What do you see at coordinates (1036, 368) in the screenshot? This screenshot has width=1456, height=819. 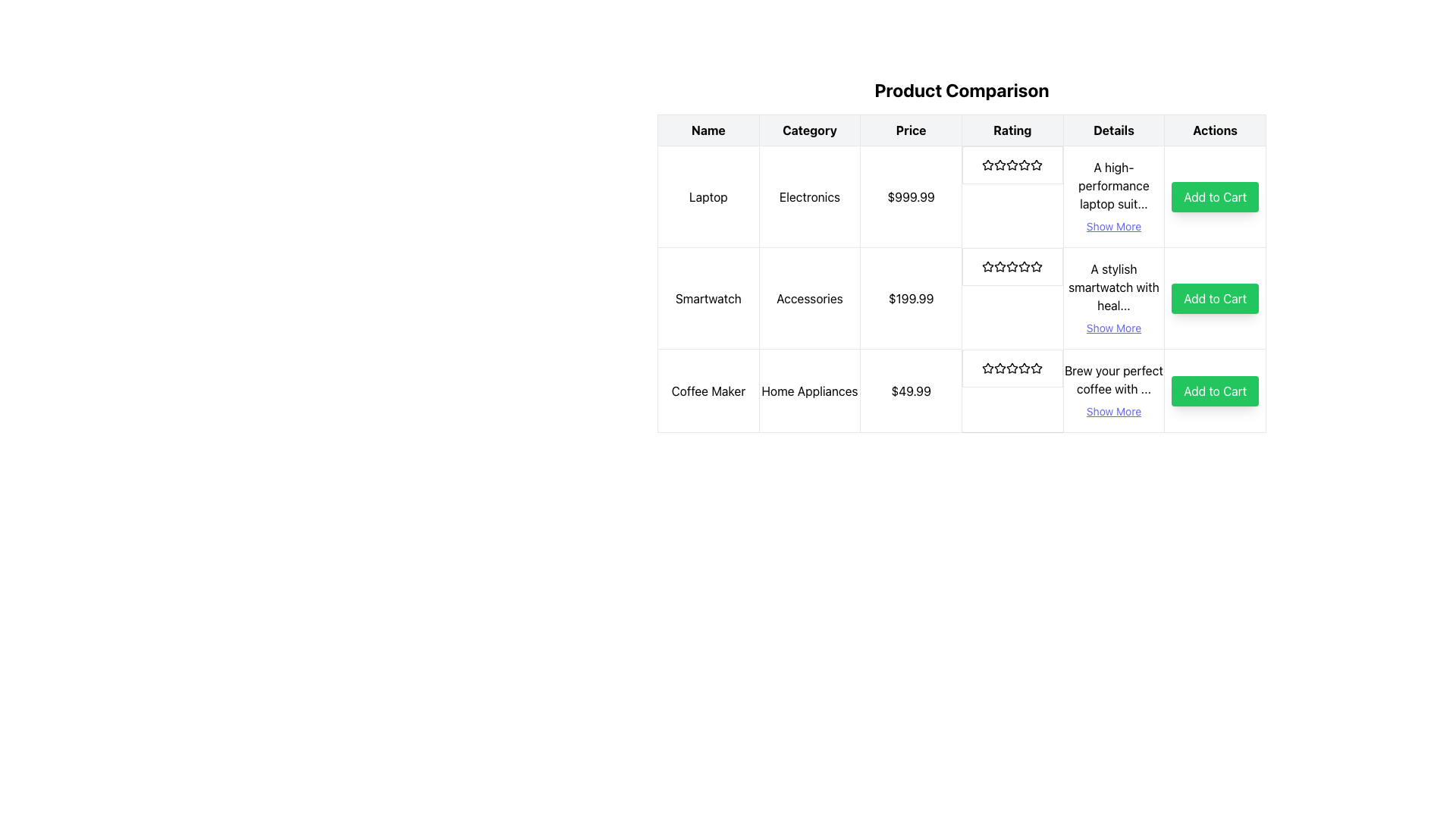 I see `the seventh star in the rating component located within the 'Rating' column of the 'Coffee Maker' row in the product comparison table` at bounding box center [1036, 368].